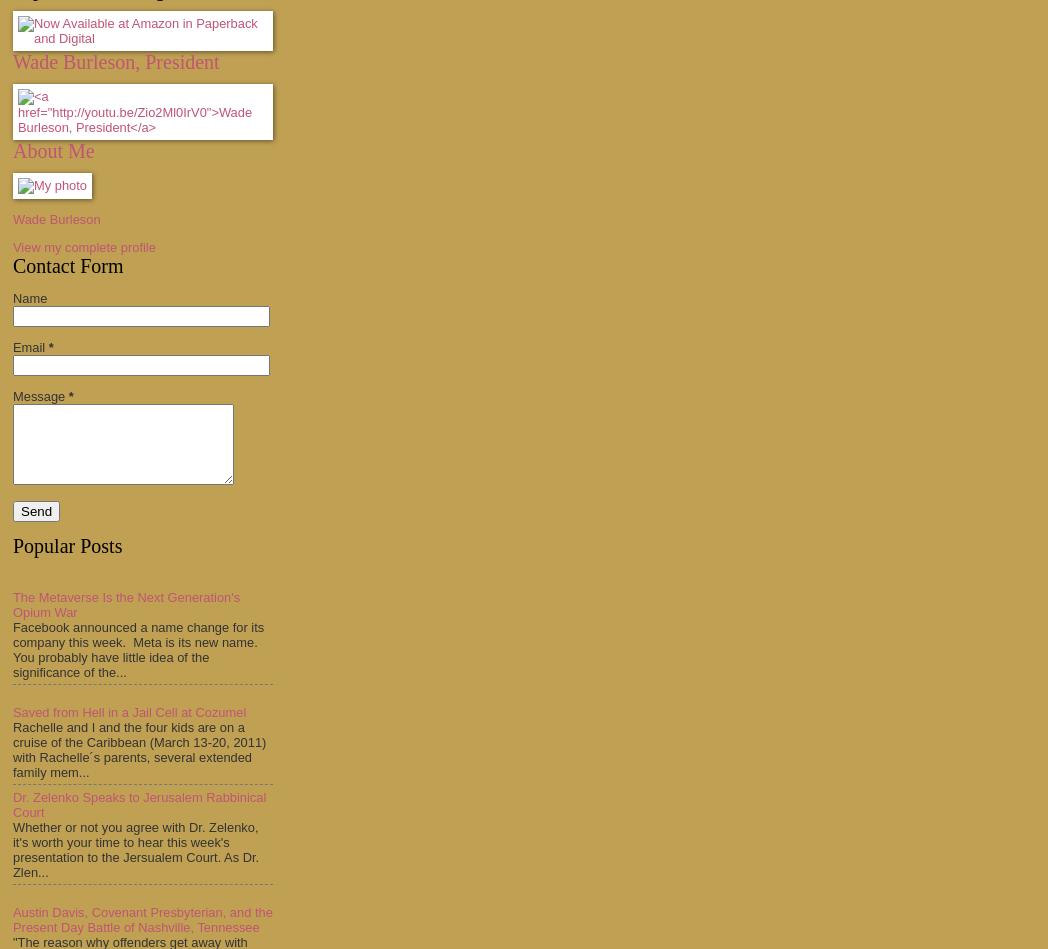 This screenshot has width=1048, height=949. I want to click on 'Facebook announced a name change for its company this week.  Meta is its new name.  You probably have little idea of the significance of the...', so click(138, 649).